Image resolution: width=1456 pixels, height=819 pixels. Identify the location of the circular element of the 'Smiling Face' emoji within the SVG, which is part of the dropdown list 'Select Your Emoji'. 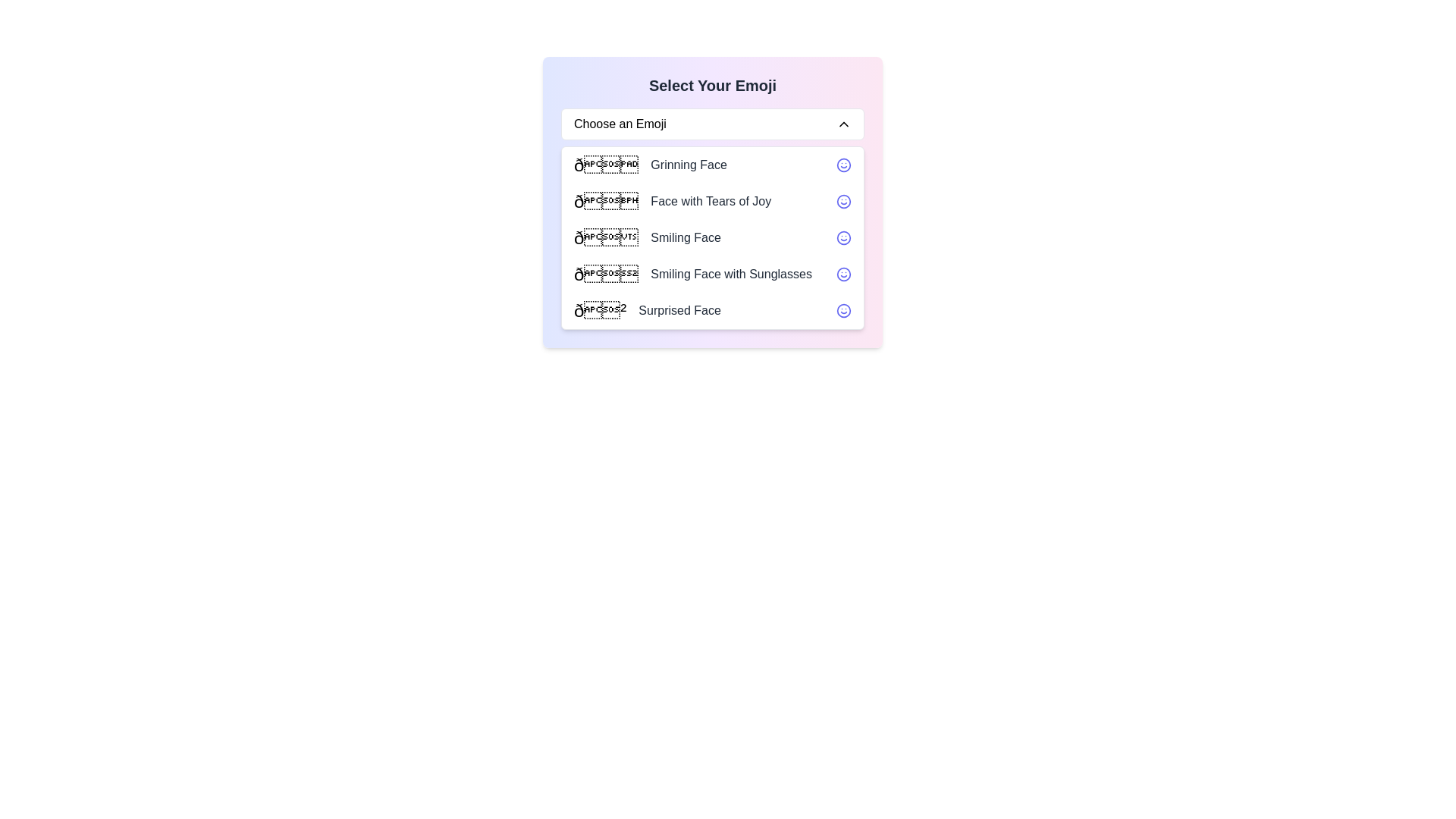
(843, 237).